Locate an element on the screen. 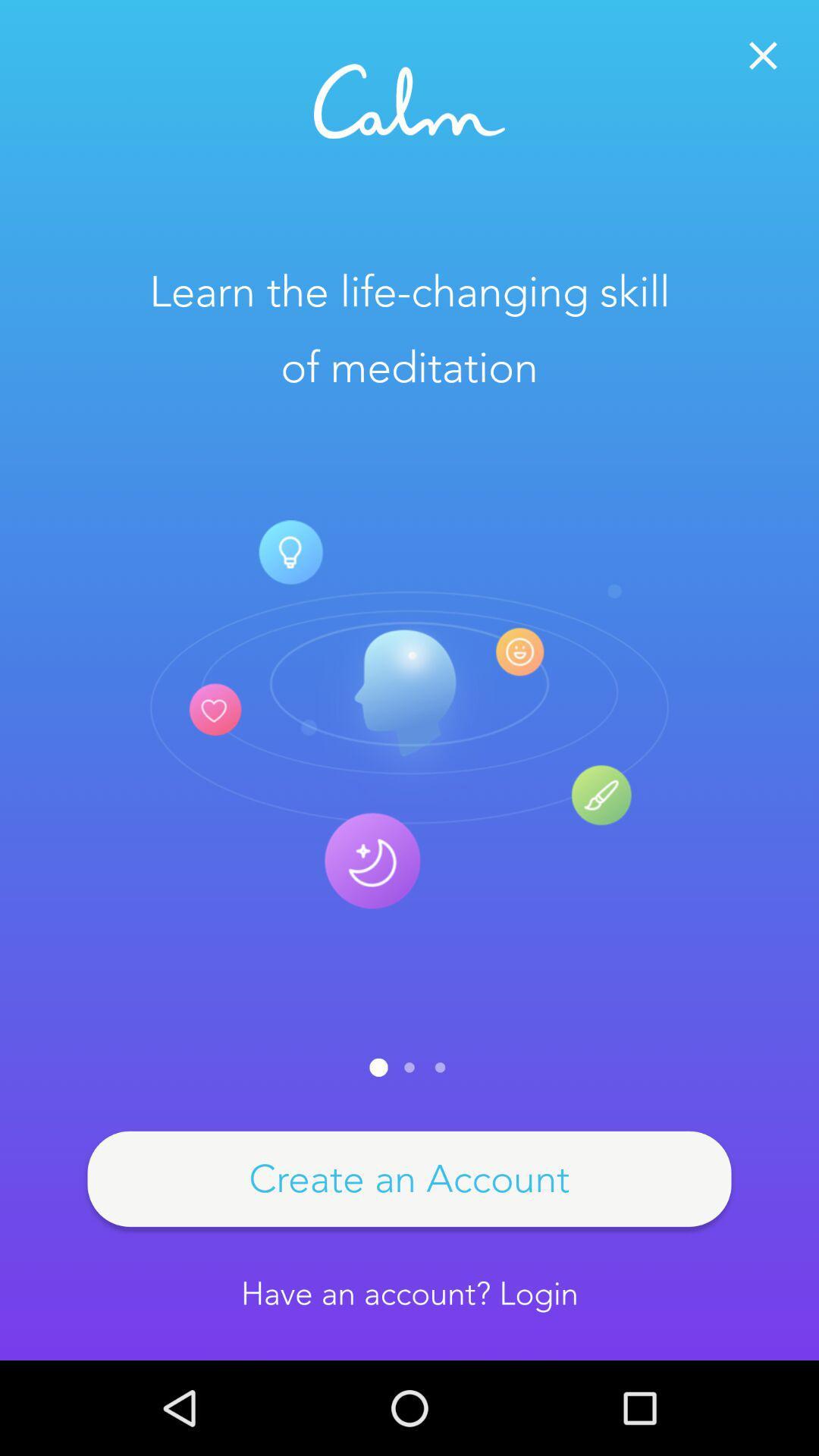 The width and height of the screenshot is (819, 1456). the close icon is located at coordinates (763, 55).